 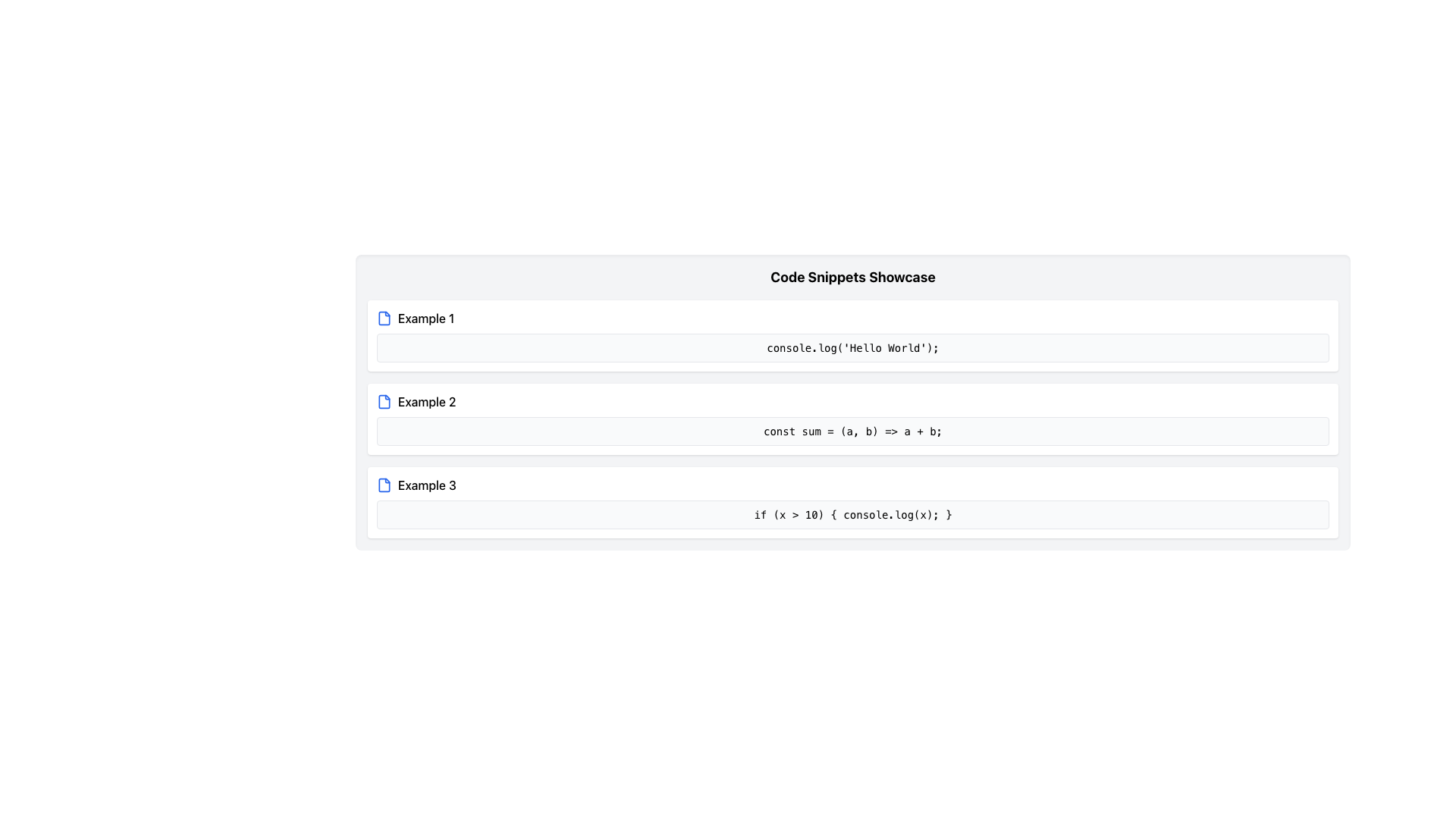 What do you see at coordinates (384, 400) in the screenshot?
I see `the icon representing the file associated with 'Example 2', which is located before the text in the same horizontal line` at bounding box center [384, 400].